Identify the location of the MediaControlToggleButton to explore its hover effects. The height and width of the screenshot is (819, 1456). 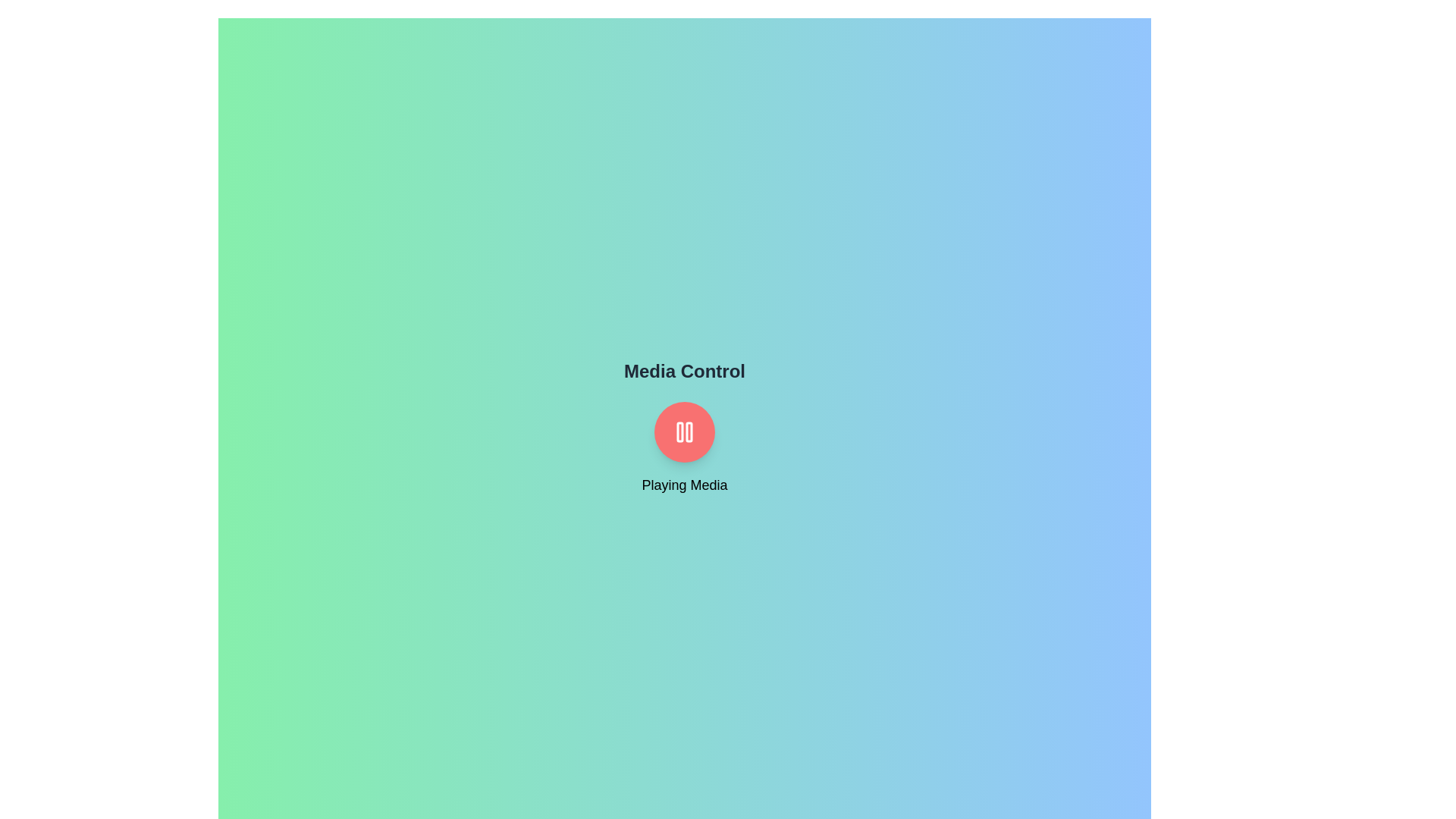
(683, 432).